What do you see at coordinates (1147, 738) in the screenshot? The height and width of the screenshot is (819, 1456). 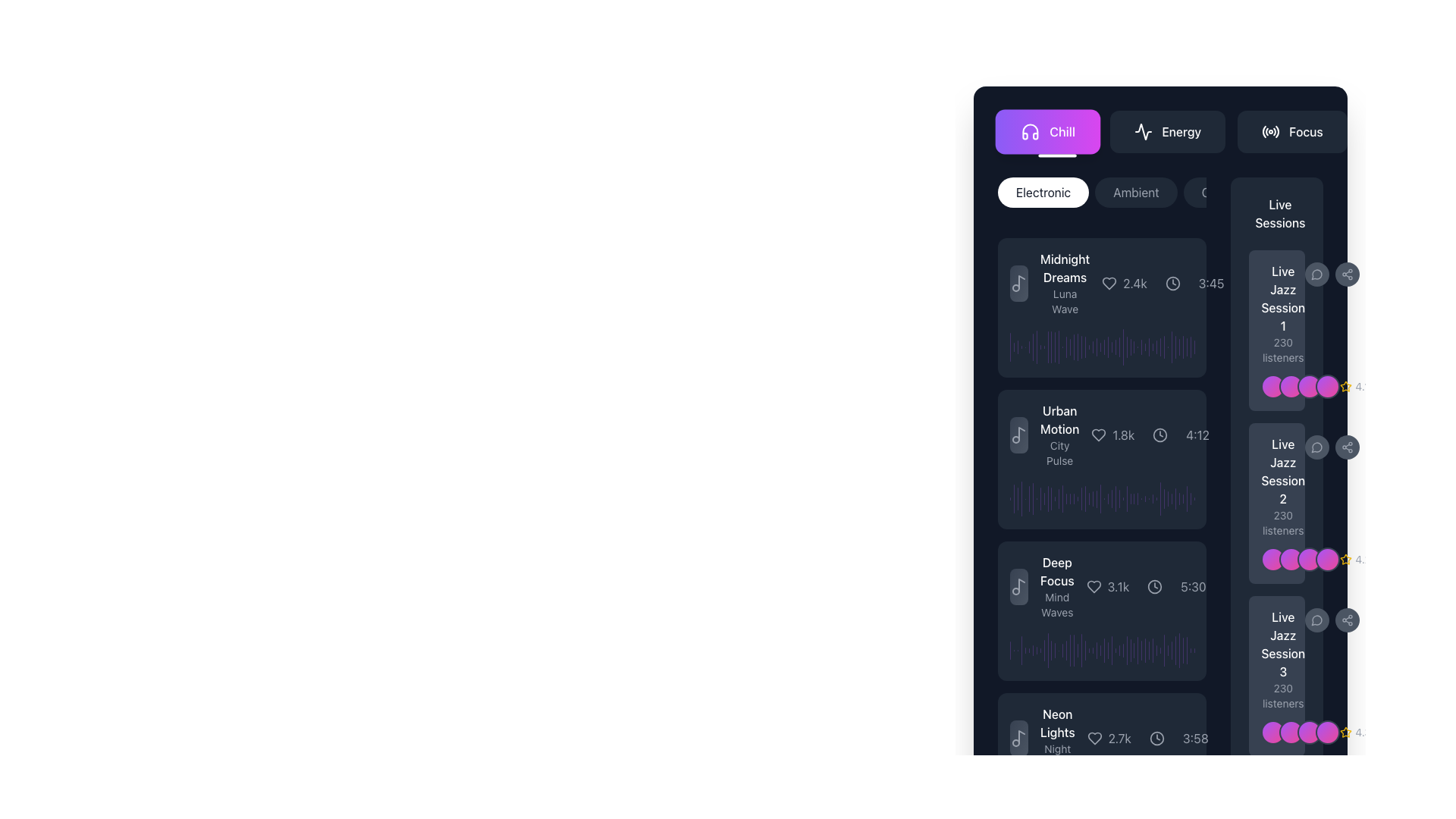 I see `the numeric value in the Informational bar displaying likes and duration for the track titled 'Neon Lights' with subtitle 'Night Drift'` at bounding box center [1147, 738].